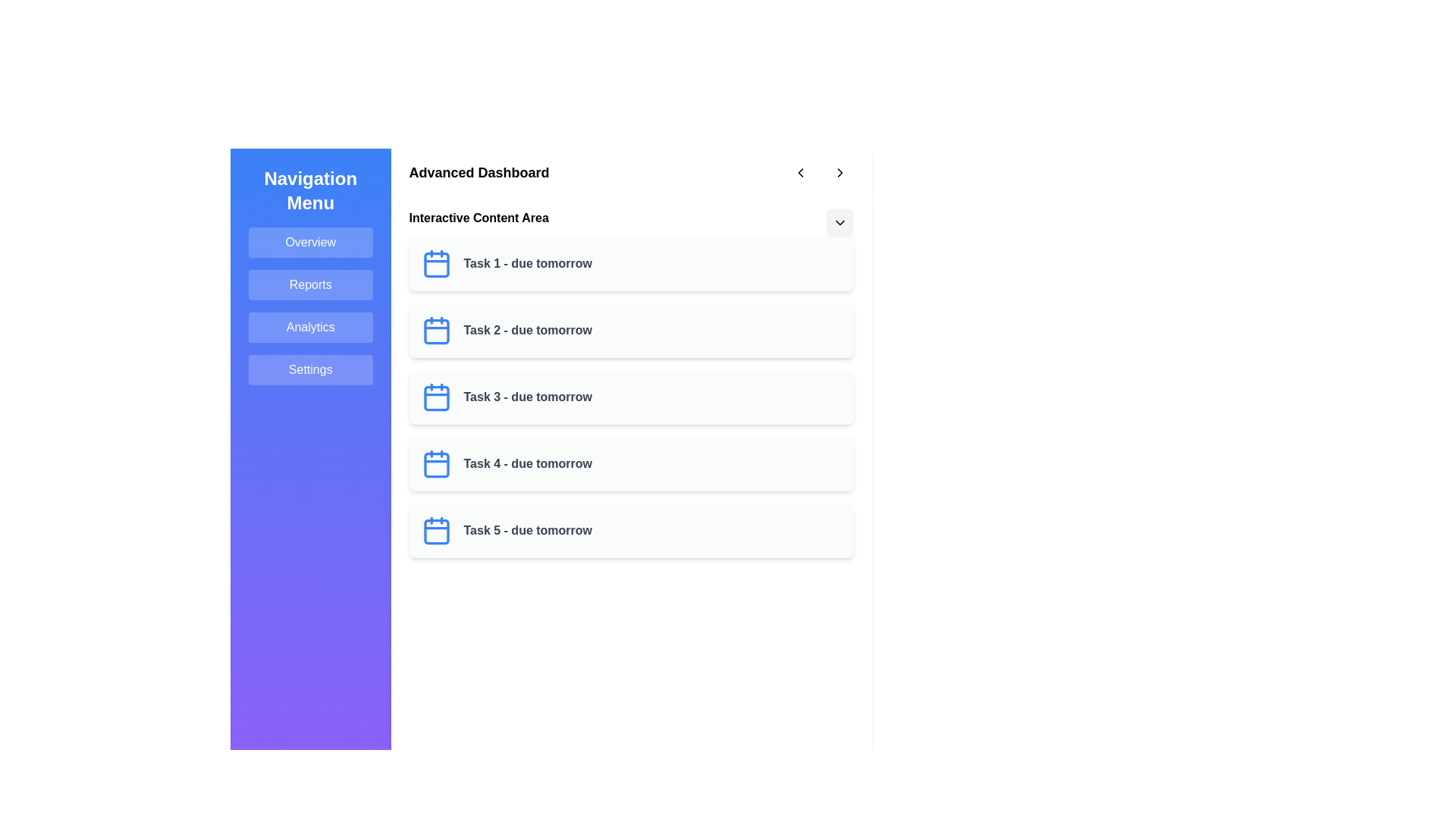 The width and height of the screenshot is (1456, 819). What do you see at coordinates (631, 463) in the screenshot?
I see `the Task representation box located` at bounding box center [631, 463].